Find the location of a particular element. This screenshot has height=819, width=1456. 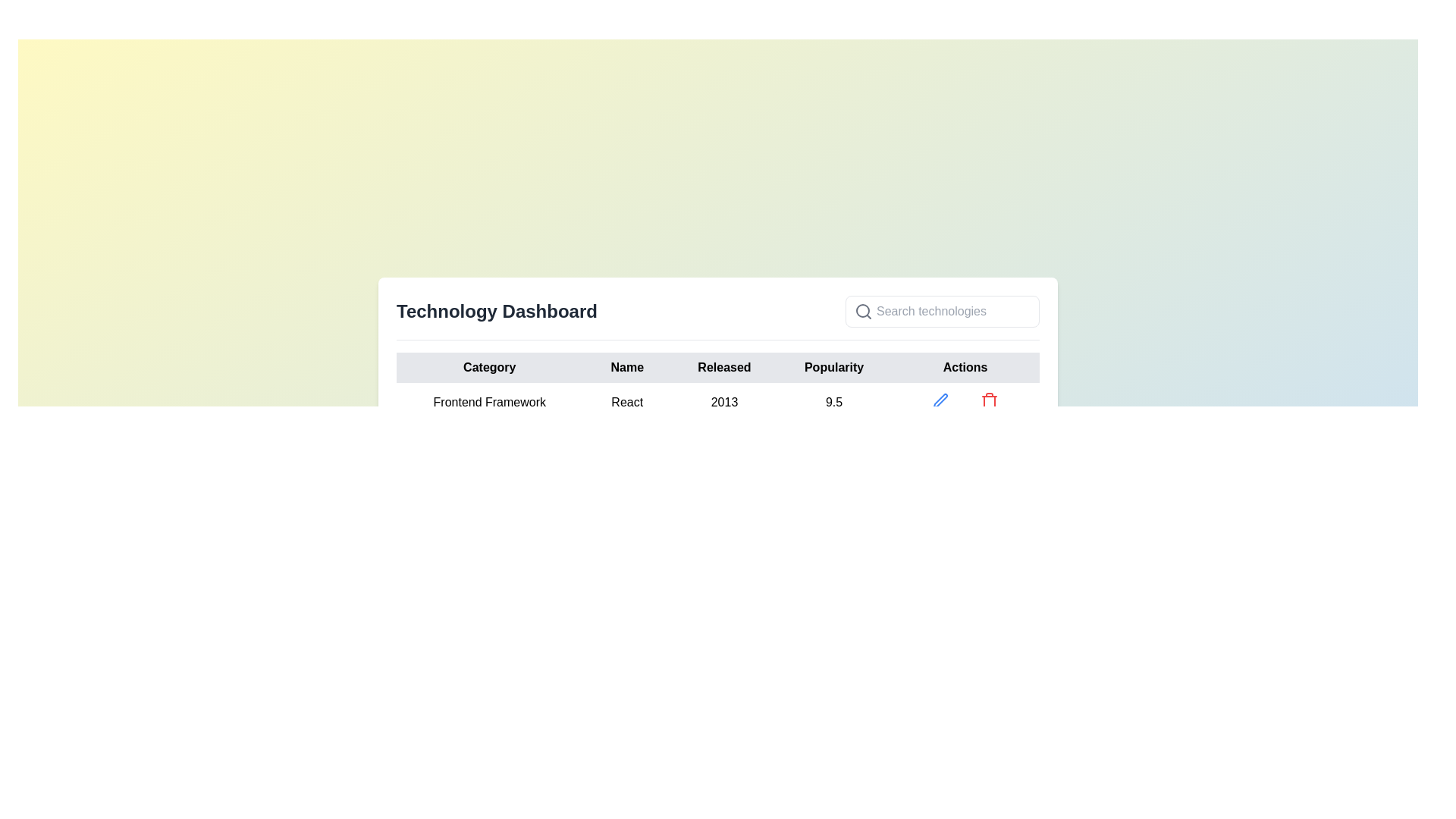

the text label displaying '9.5' in the 'Popularity' column of the table layout is located at coordinates (833, 401).